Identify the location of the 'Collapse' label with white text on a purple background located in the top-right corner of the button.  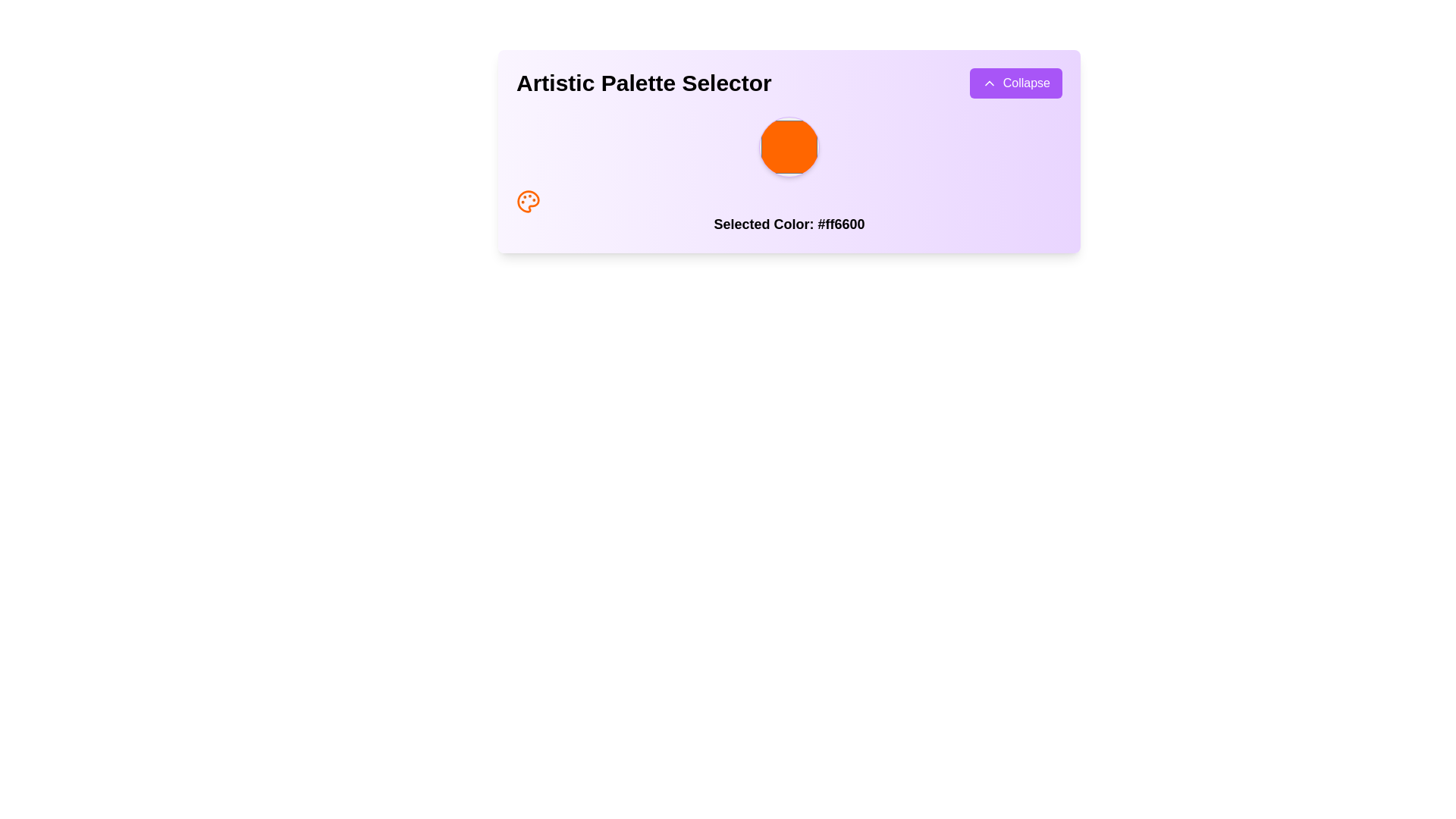
(1026, 83).